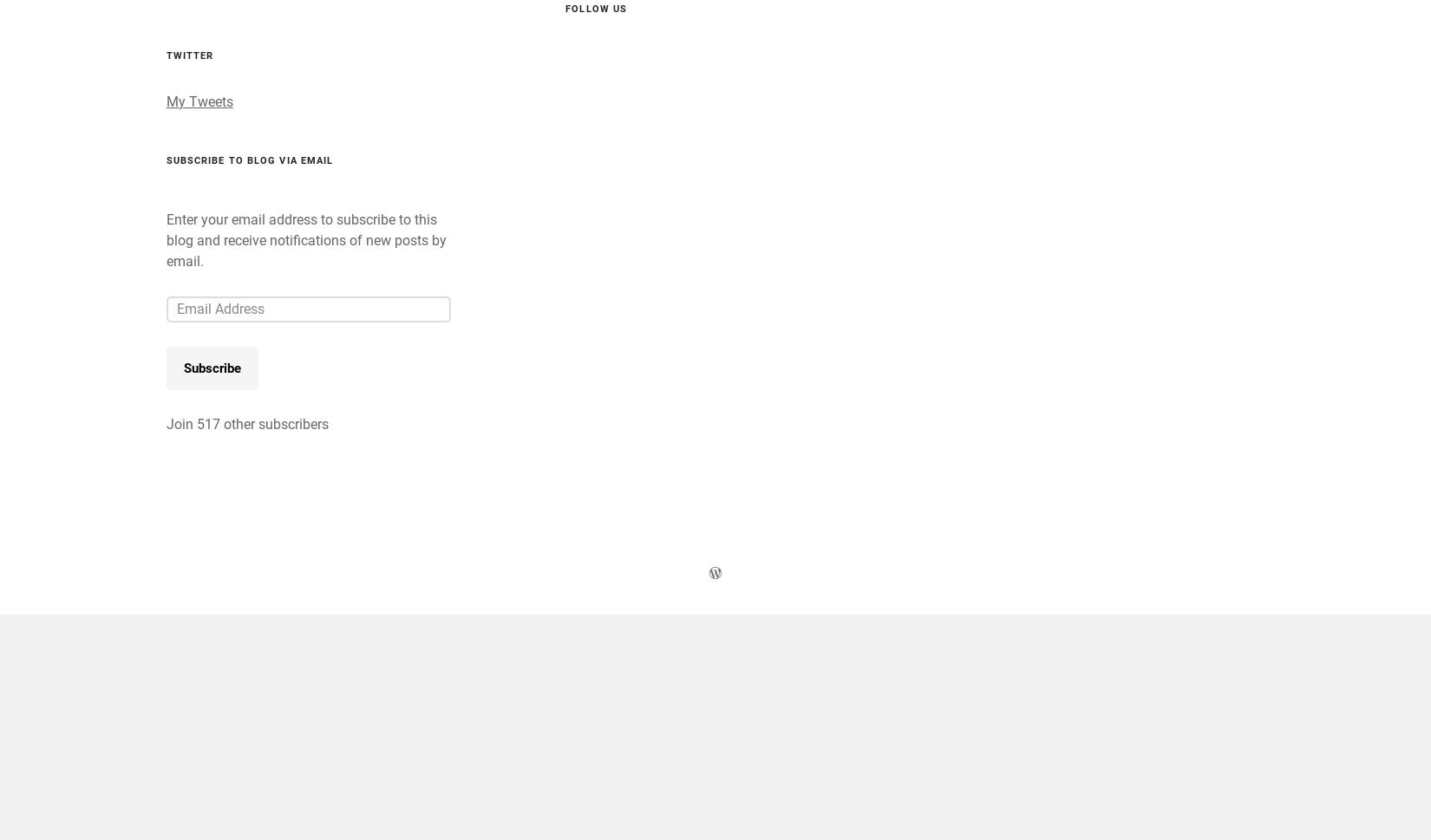 This screenshot has width=1431, height=840. I want to click on 'Sweat, Mud & Show Gardens Part 2…', so click(692, 105).